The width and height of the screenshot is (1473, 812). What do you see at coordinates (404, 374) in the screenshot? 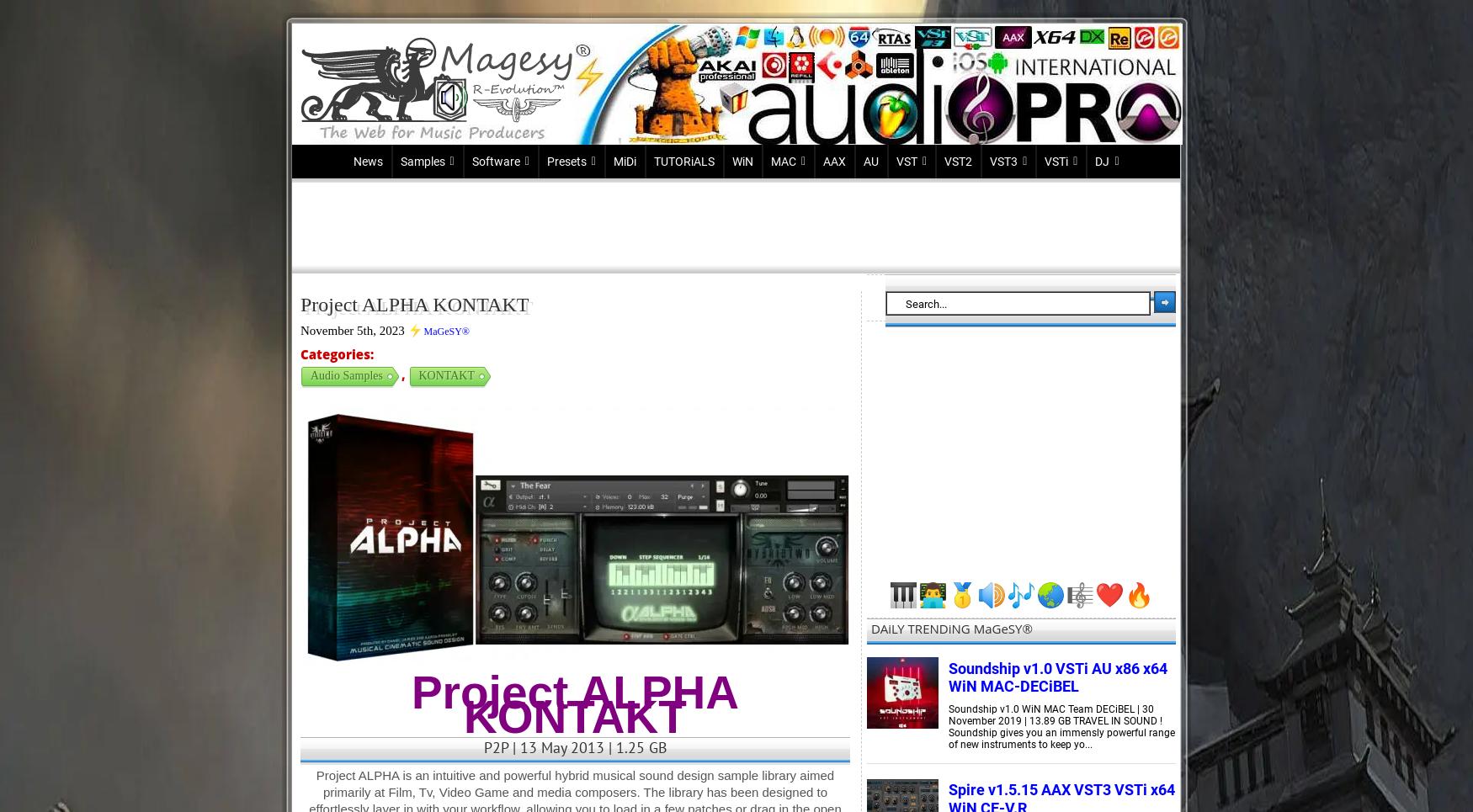
I see `','` at bounding box center [404, 374].